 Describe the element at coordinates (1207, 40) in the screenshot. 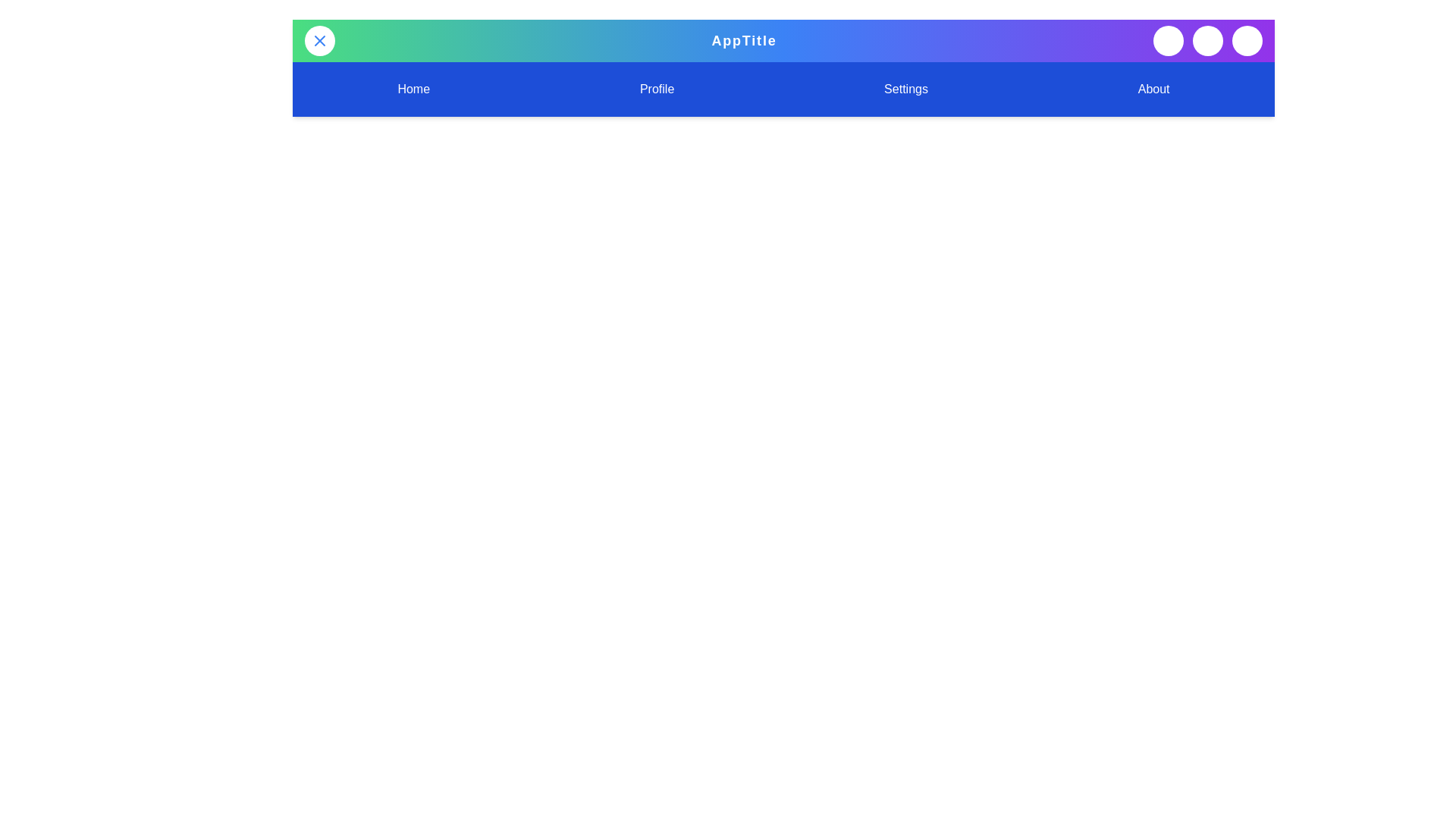

I see `the 'Notifications' button` at that location.